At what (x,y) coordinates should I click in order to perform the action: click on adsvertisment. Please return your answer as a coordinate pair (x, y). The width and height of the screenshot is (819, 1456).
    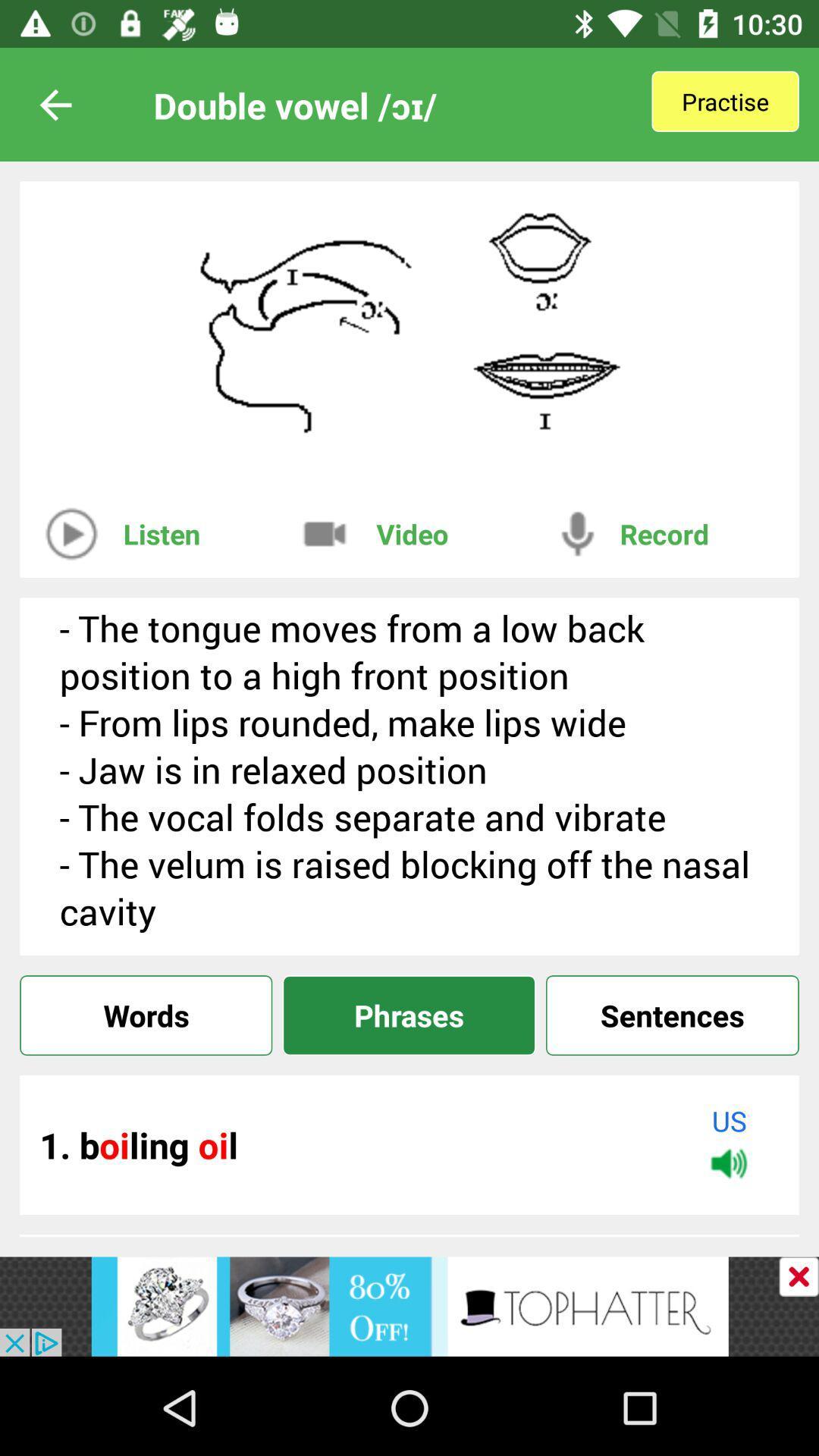
    Looking at the image, I should click on (798, 1276).